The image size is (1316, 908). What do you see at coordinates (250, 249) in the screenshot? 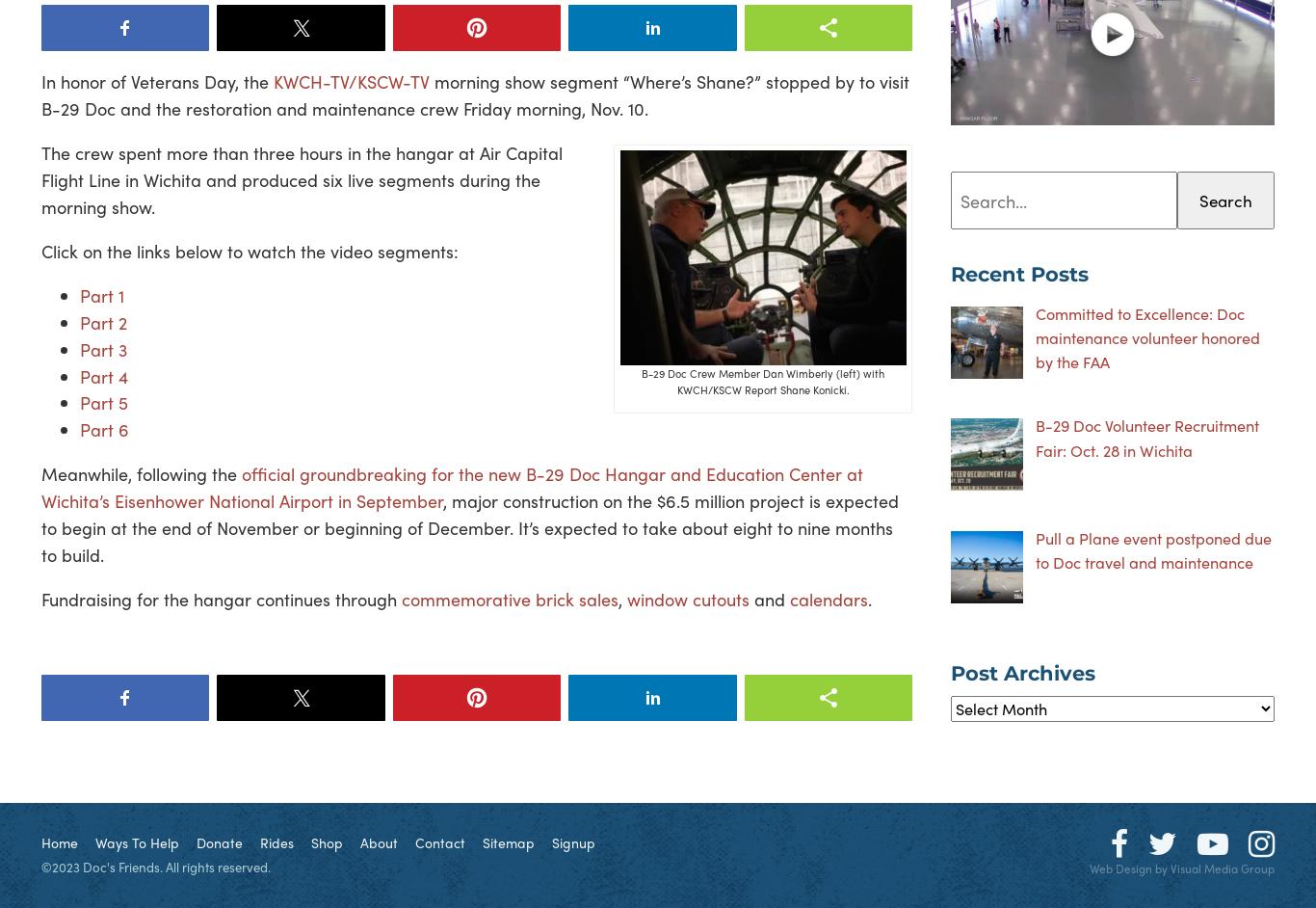
I see `'Click on the links below to watch the video segments:'` at bounding box center [250, 249].